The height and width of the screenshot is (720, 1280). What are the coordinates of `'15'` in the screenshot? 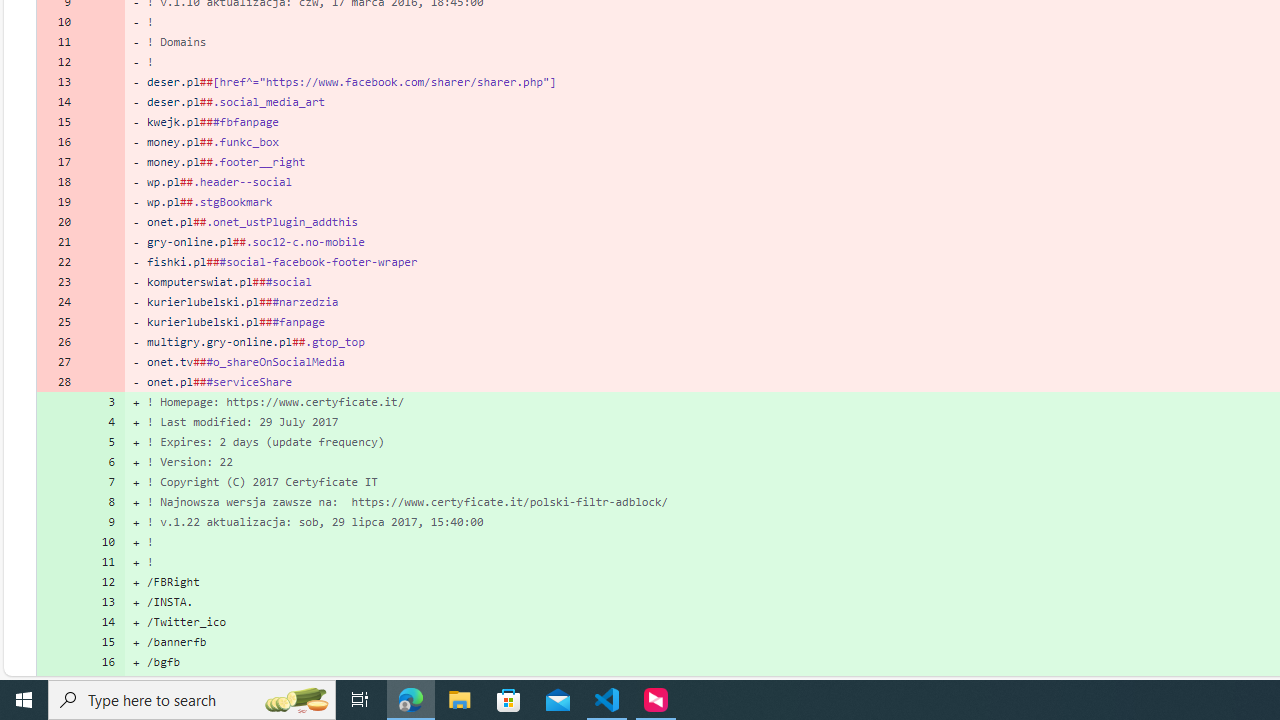 It's located at (102, 642).